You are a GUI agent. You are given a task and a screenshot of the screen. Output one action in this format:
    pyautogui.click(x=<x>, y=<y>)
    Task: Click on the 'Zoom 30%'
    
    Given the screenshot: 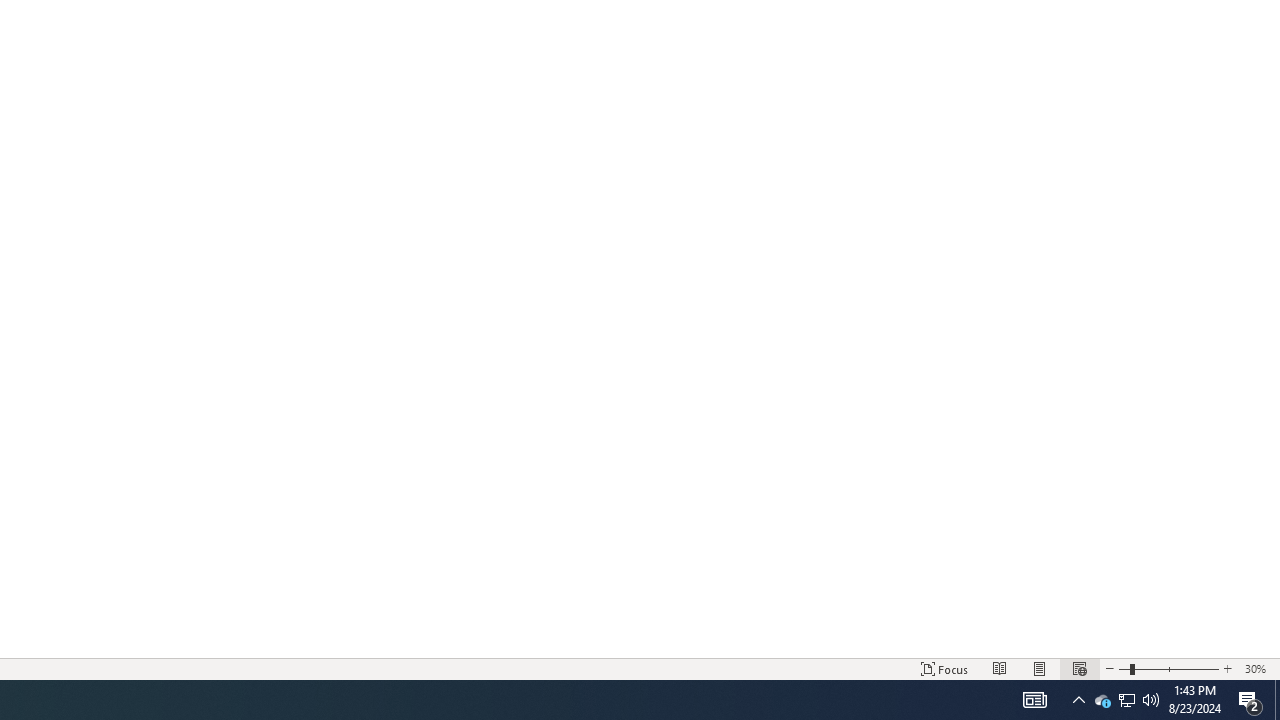 What is the action you would take?
    pyautogui.click(x=1257, y=669)
    